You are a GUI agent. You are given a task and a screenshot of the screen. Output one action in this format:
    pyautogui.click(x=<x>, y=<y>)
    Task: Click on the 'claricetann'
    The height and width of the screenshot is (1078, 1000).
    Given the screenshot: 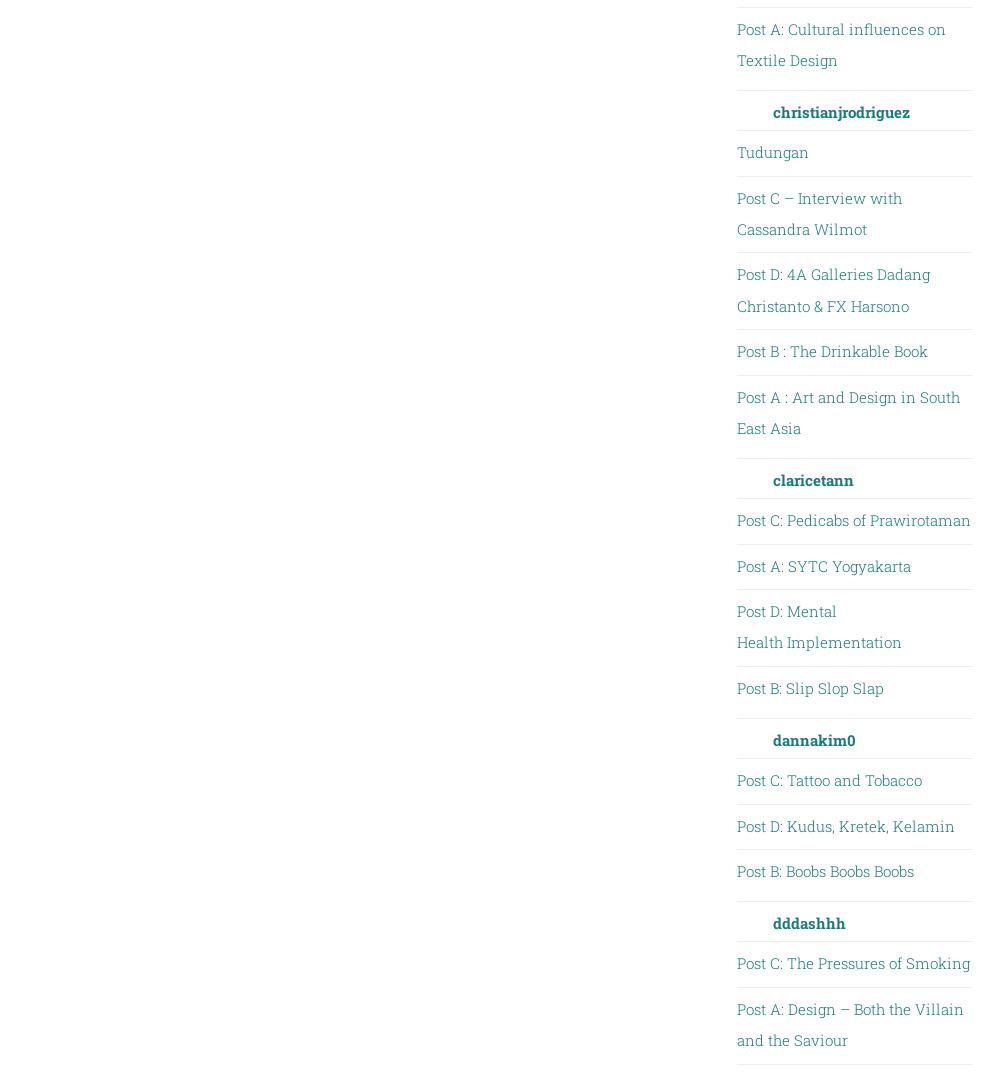 What is the action you would take?
    pyautogui.click(x=812, y=479)
    